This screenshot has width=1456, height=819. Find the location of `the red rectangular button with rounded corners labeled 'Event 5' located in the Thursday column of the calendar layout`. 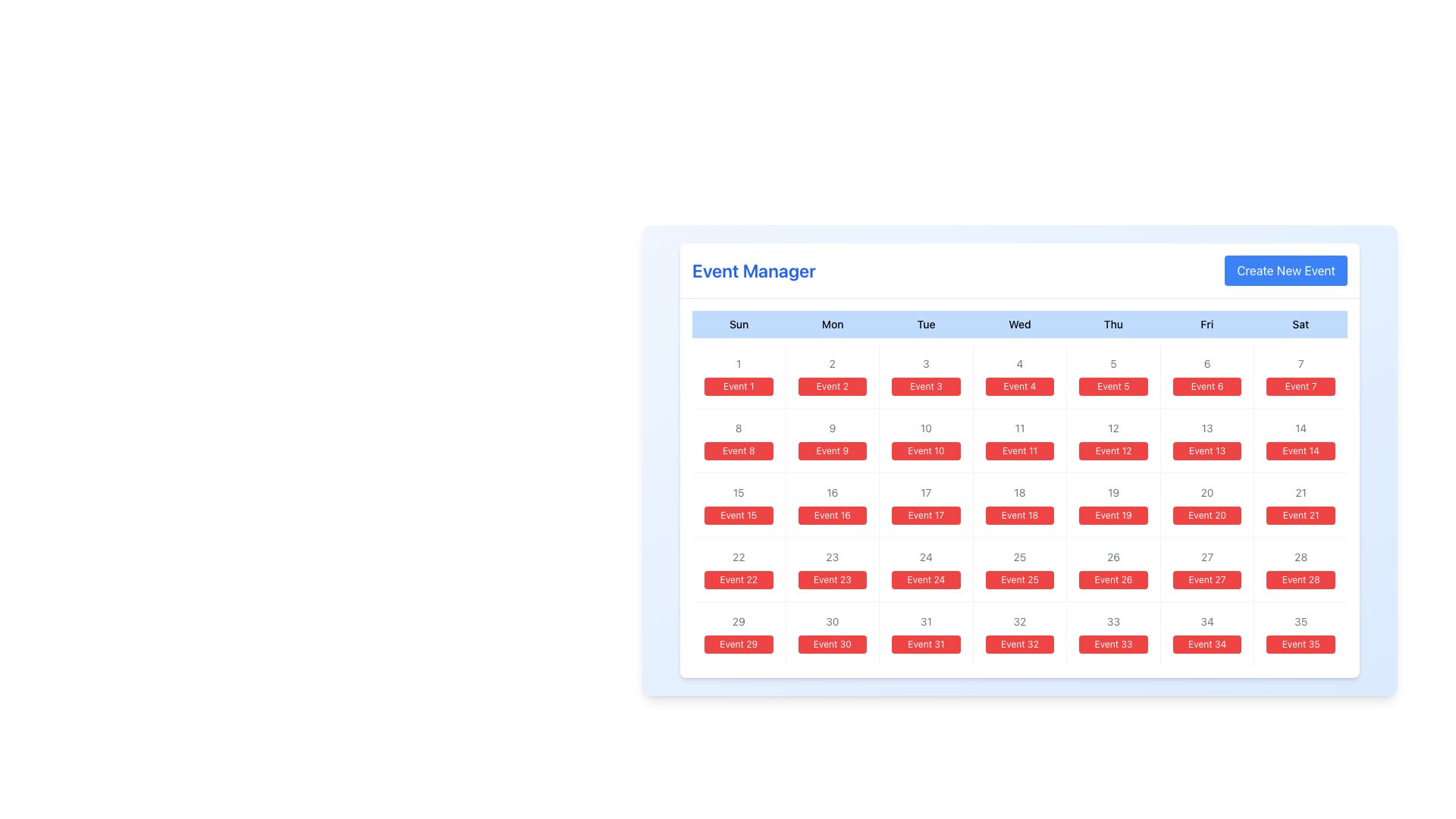

the red rectangular button with rounded corners labeled 'Event 5' located in the Thursday column of the calendar layout is located at coordinates (1113, 385).